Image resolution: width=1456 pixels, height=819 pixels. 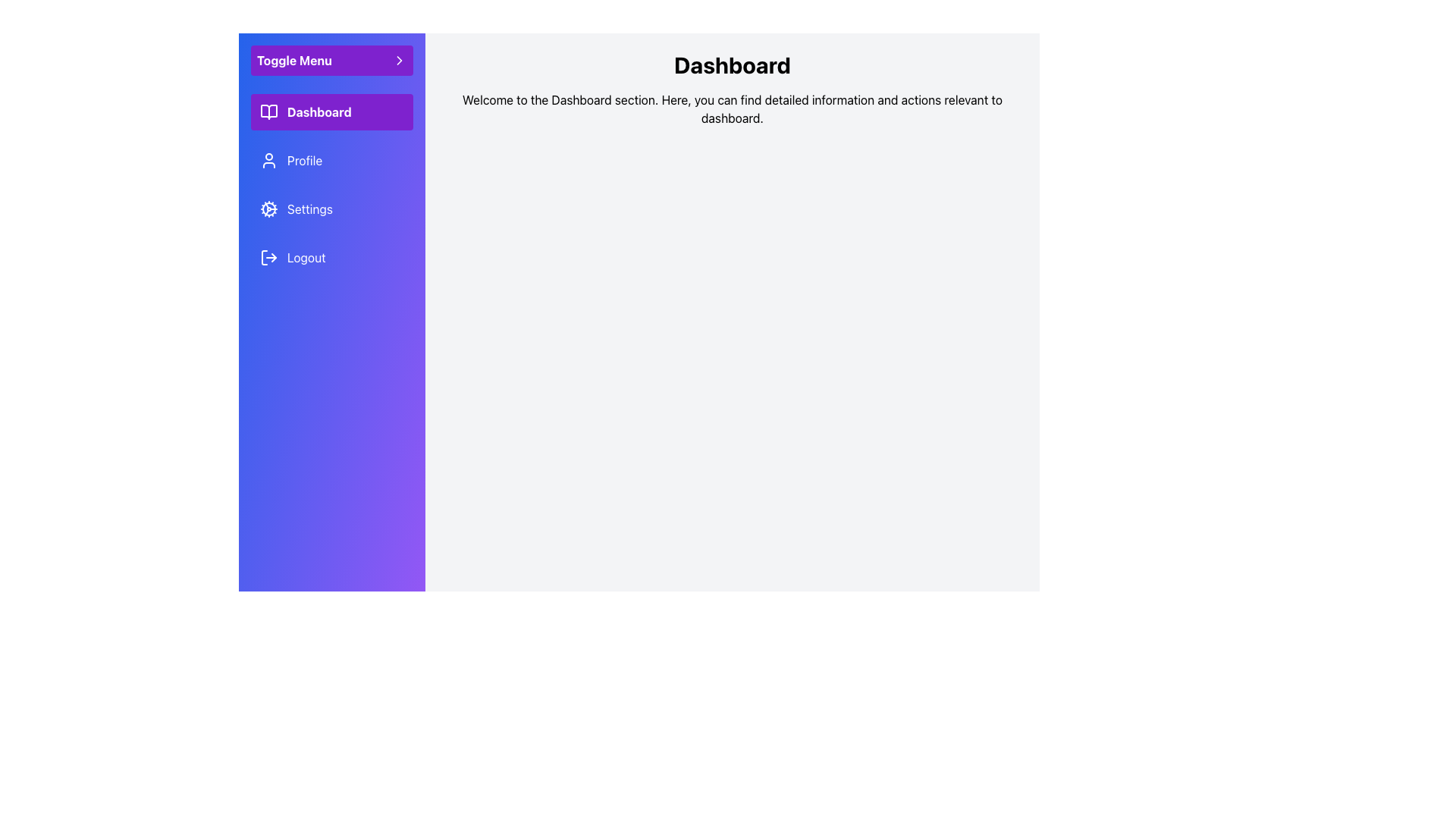 I want to click on the right-pointing chevron arrow icon located at the far right of the 'Toggle Menu' button to activate potential hover effects, so click(x=399, y=60).